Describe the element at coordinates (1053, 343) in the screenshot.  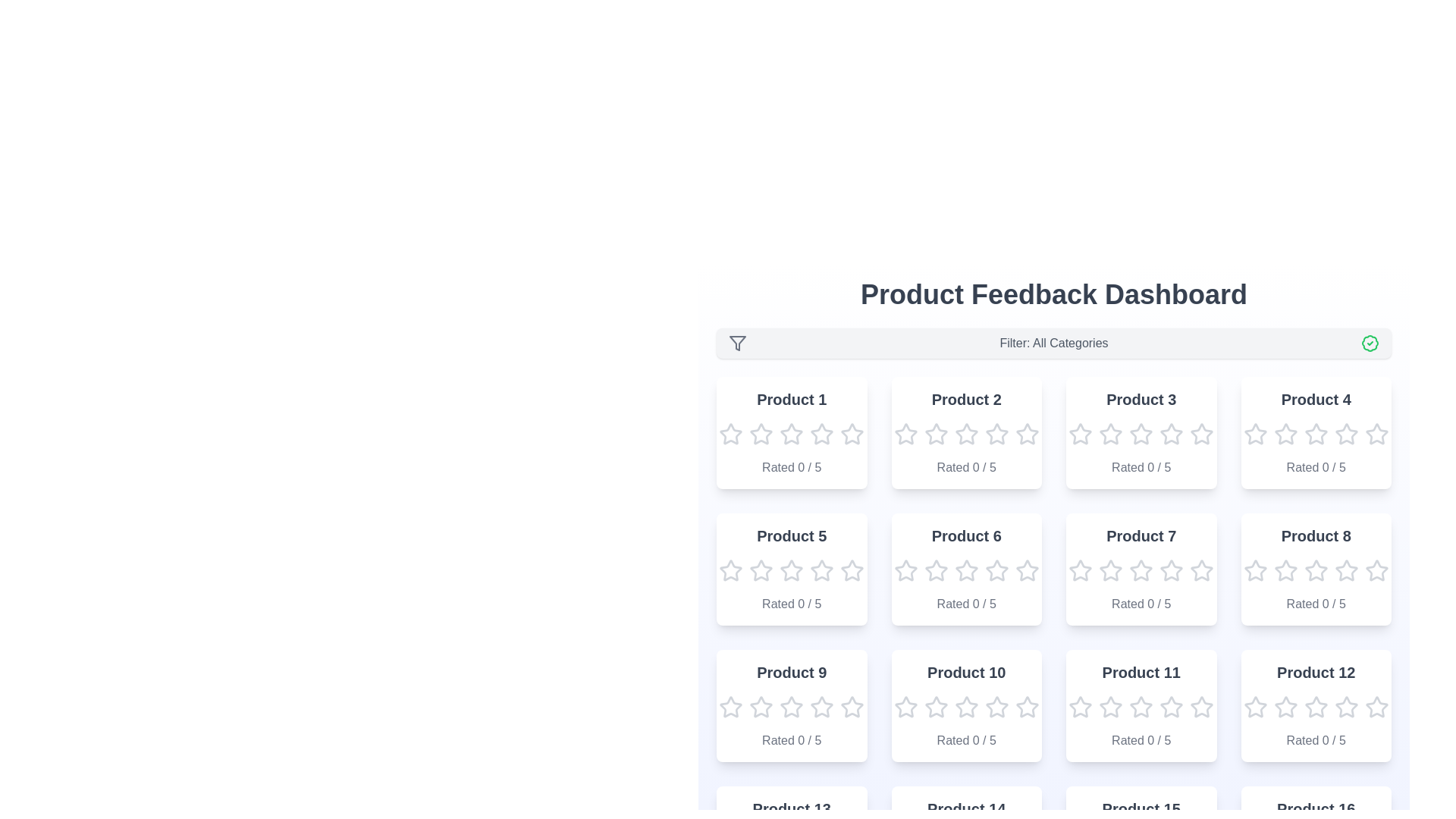
I see `the filter label to display the current filter settings` at that location.